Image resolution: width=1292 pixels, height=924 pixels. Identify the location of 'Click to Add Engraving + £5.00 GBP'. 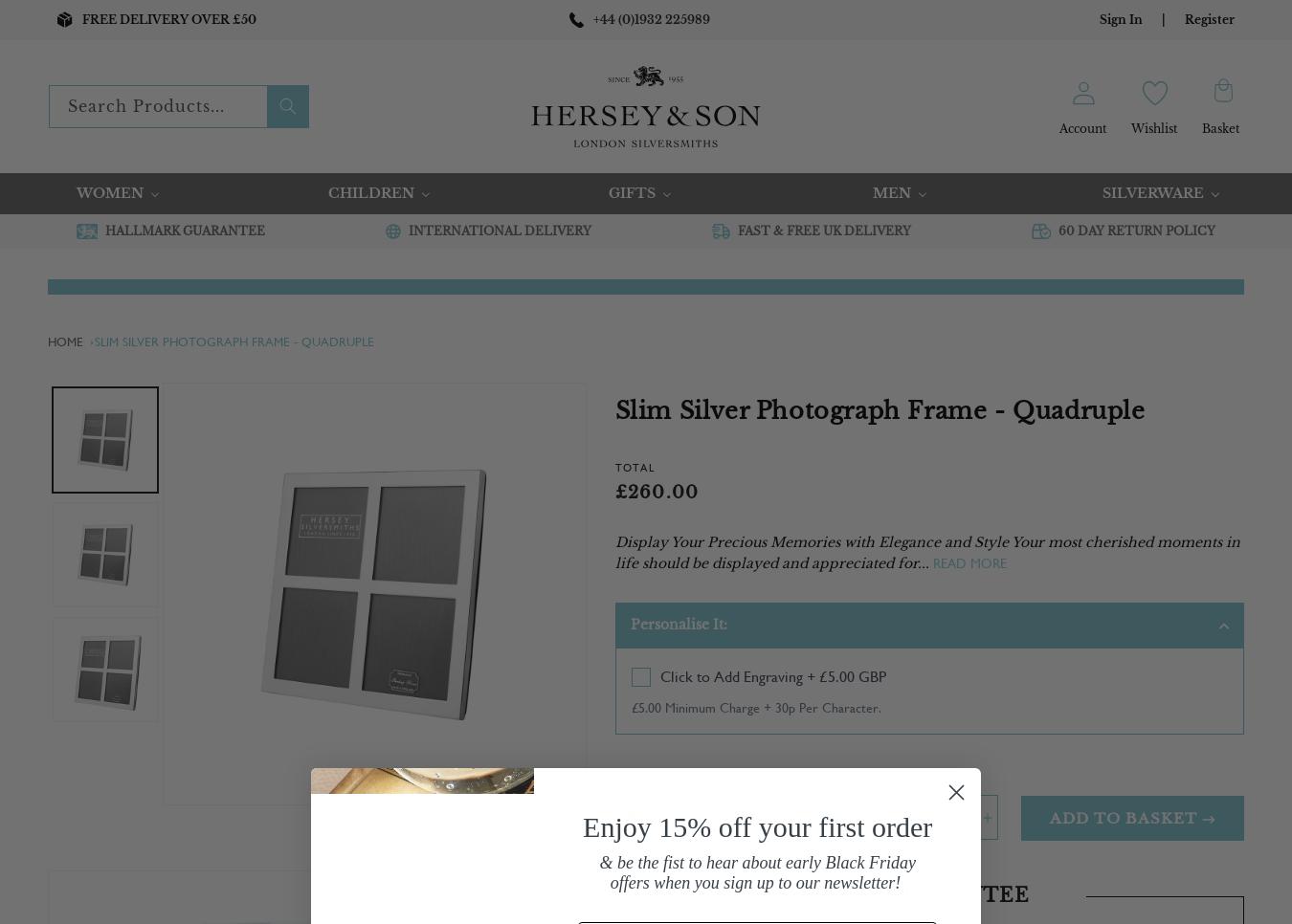
(658, 674).